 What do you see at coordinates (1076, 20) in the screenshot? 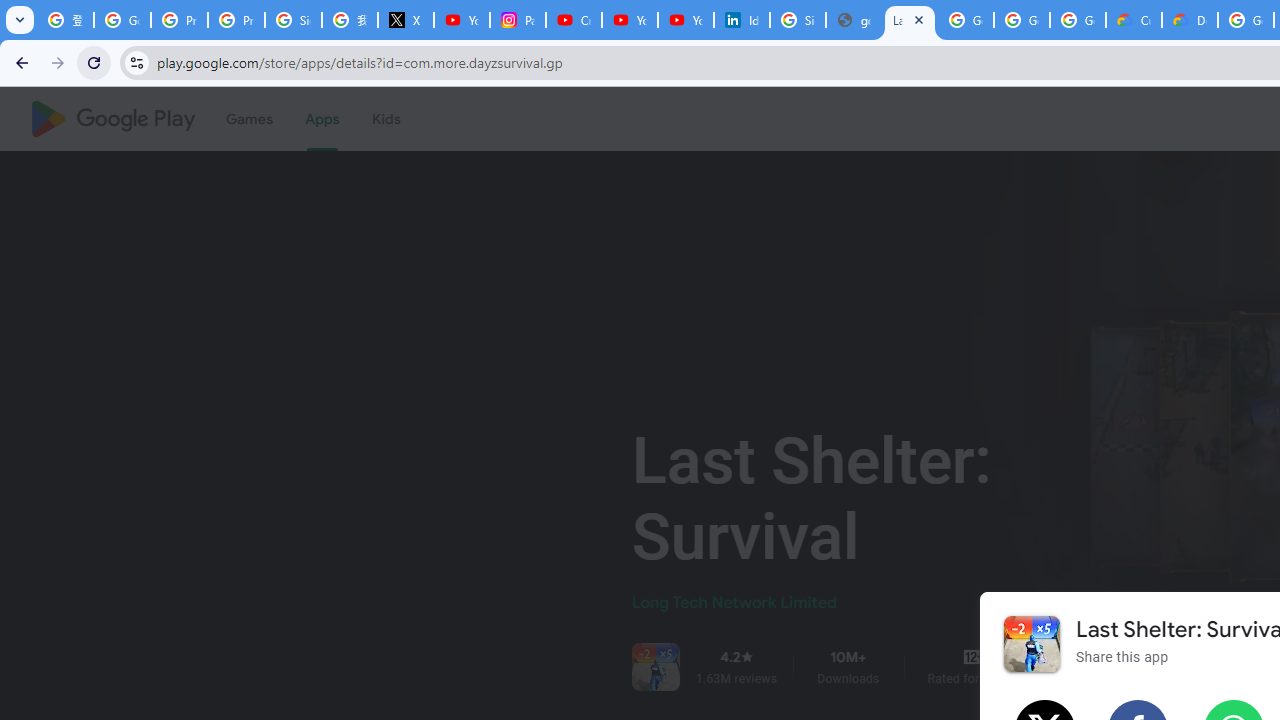
I see `'Google Workspace - Specific Terms'` at bounding box center [1076, 20].